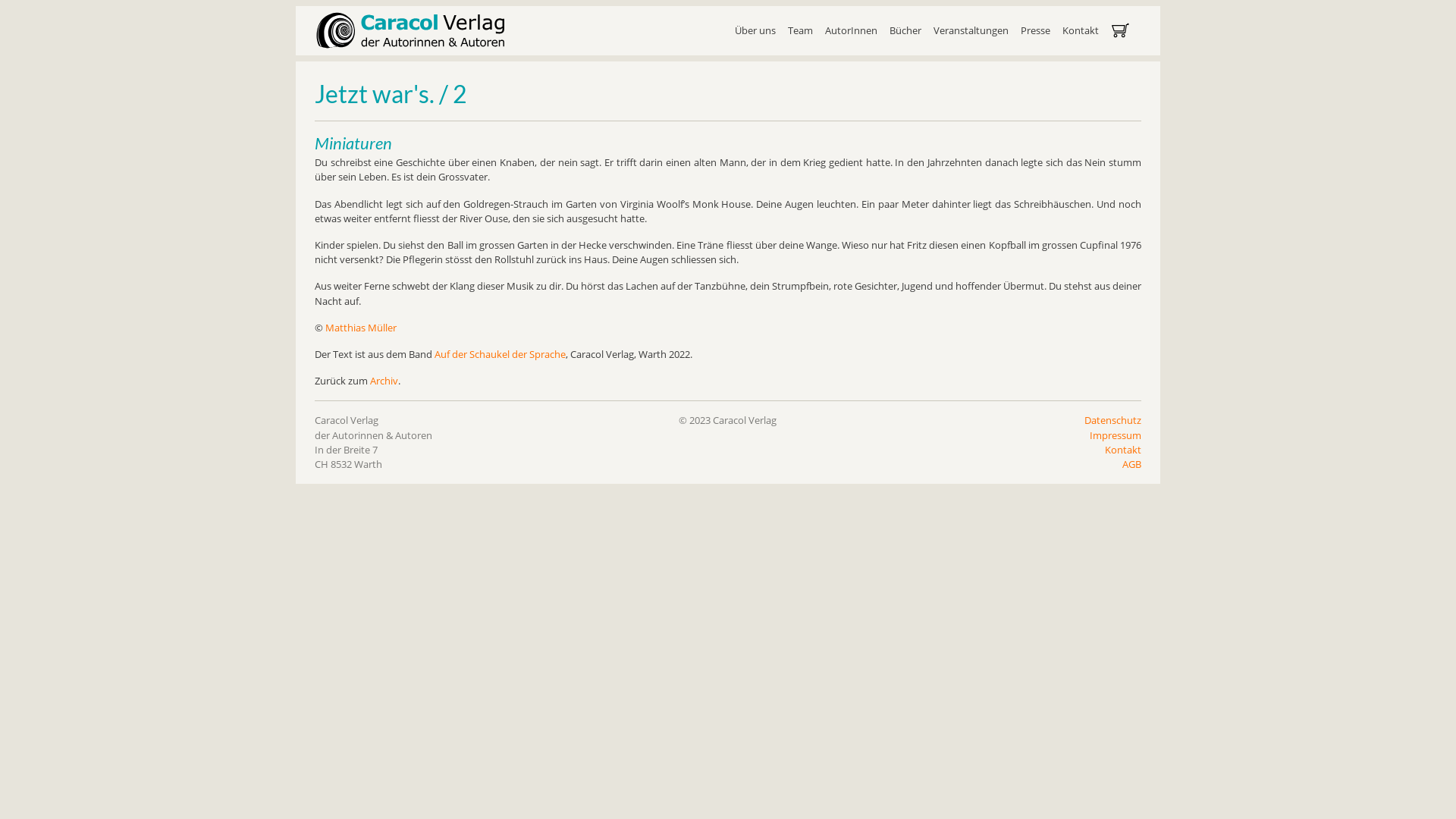 The width and height of the screenshot is (1456, 819). I want to click on 'Auf der Schaukel der Sprache', so click(500, 353).